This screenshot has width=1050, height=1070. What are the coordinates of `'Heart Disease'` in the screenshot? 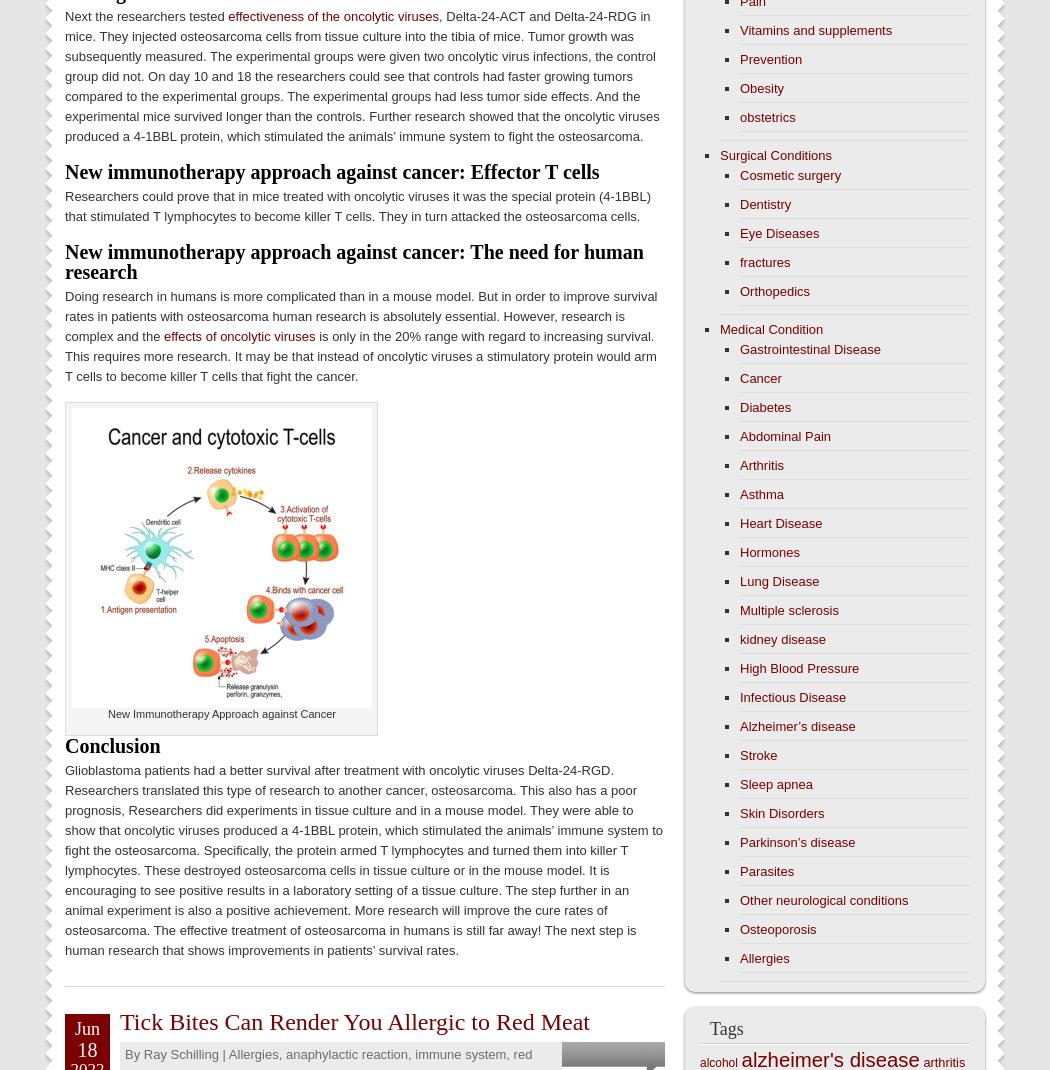 It's located at (780, 523).